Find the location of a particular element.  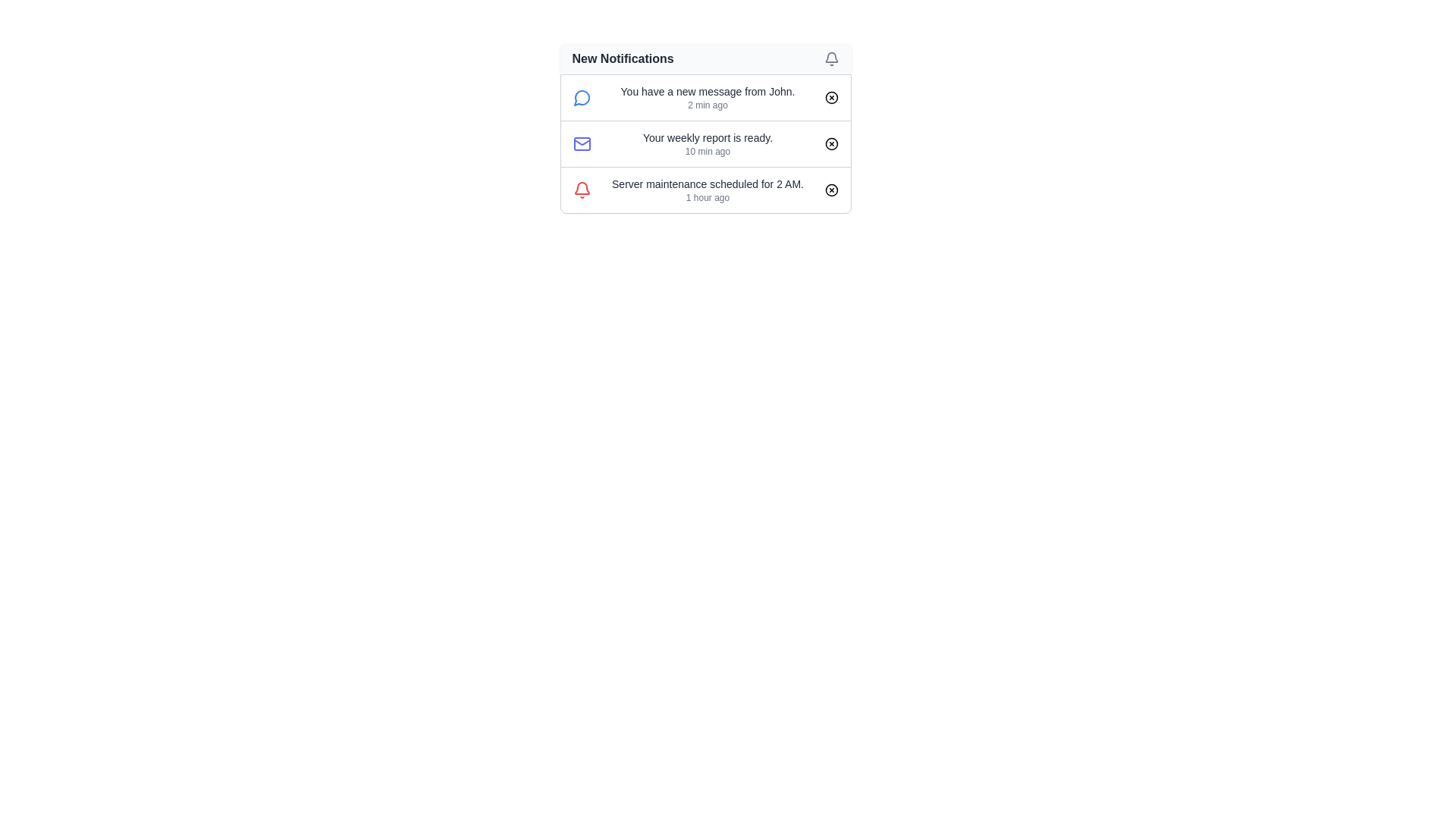

the gray text label reading '2 min ago', which is located below the message 'You have a new message from John.' in the notifications list is located at coordinates (707, 104).